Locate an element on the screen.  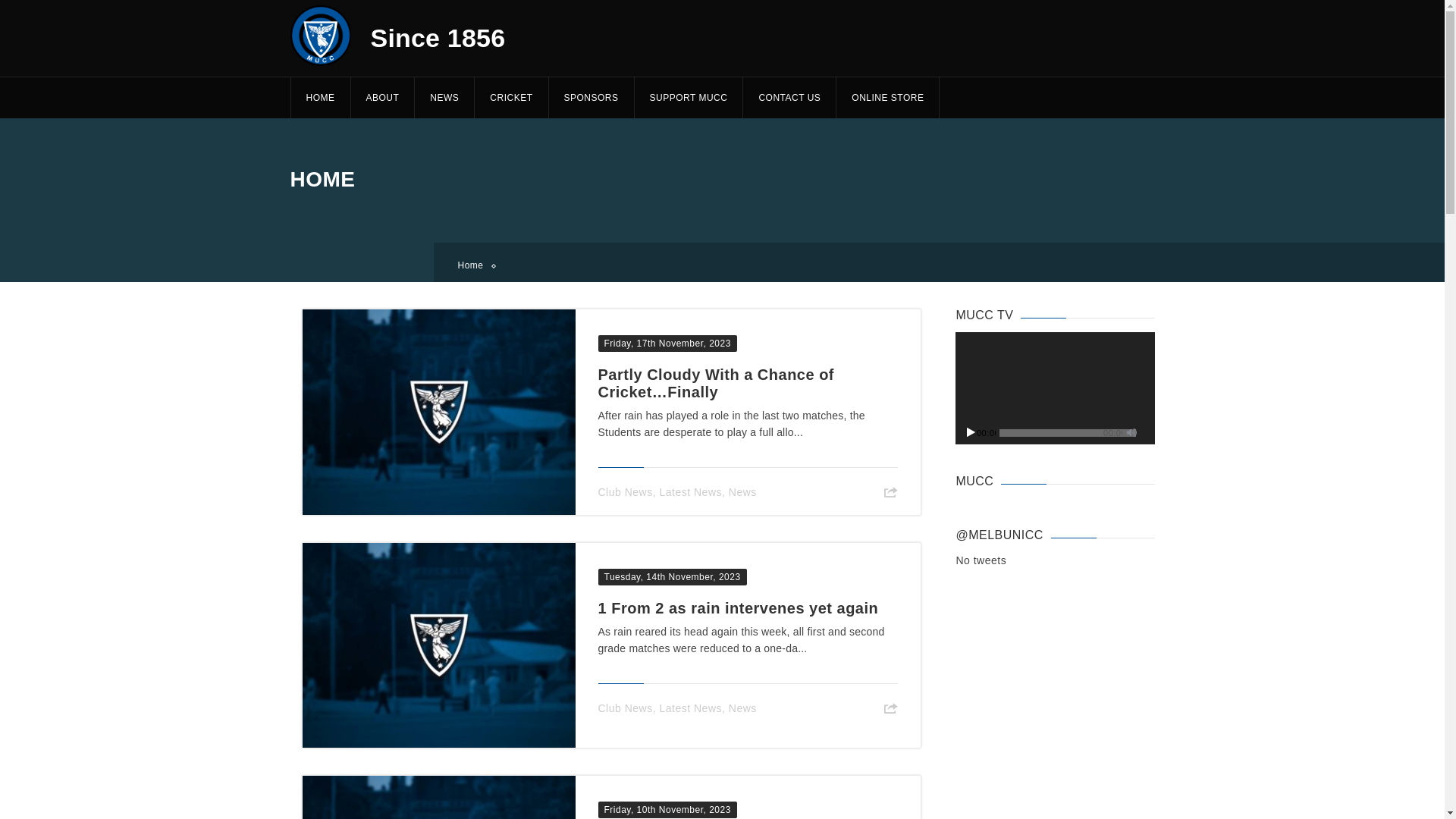
'Mute' is located at coordinates (1131, 431).